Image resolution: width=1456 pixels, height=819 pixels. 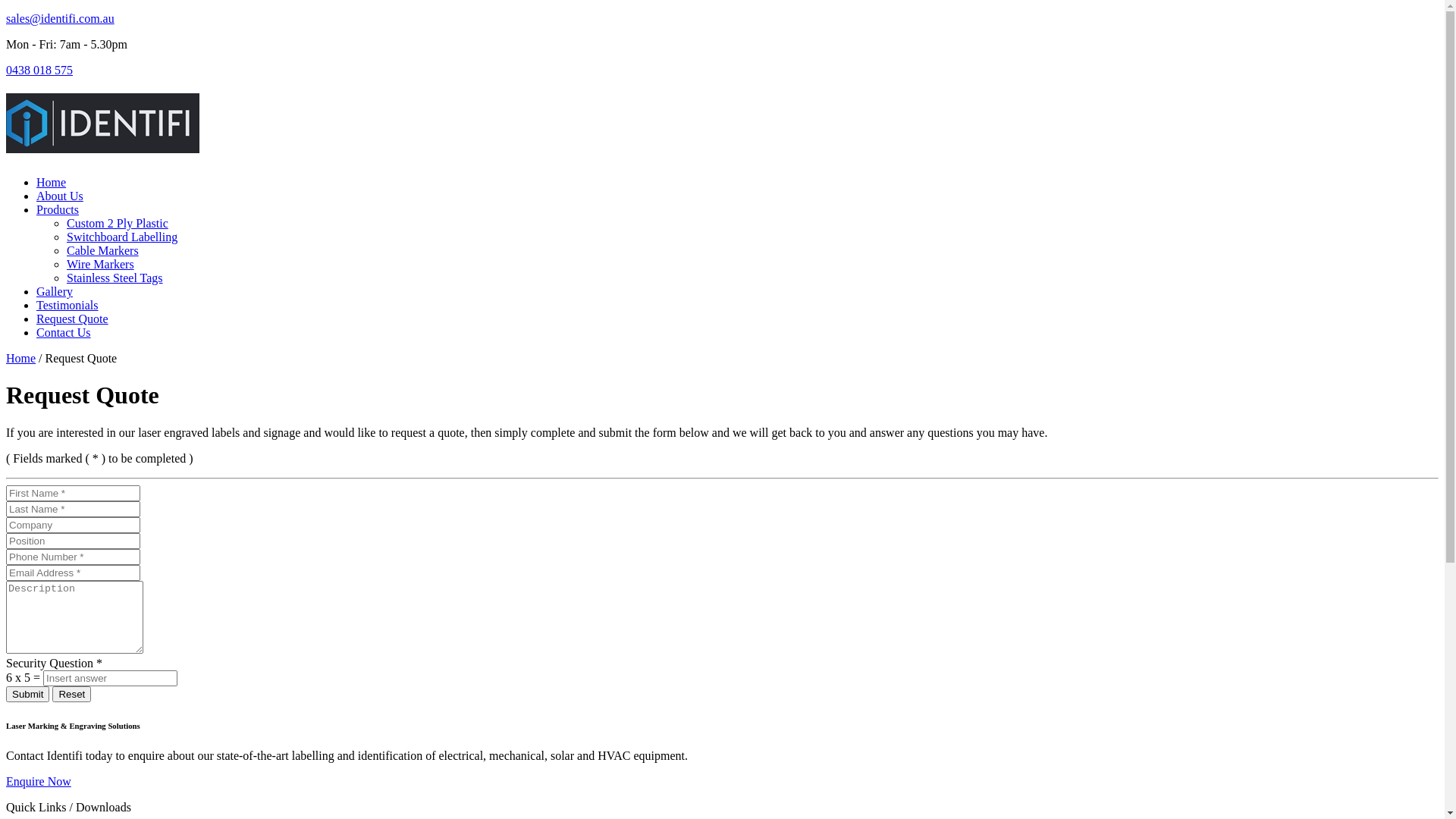 What do you see at coordinates (60, 18) in the screenshot?
I see `'sales@identifi.com.au'` at bounding box center [60, 18].